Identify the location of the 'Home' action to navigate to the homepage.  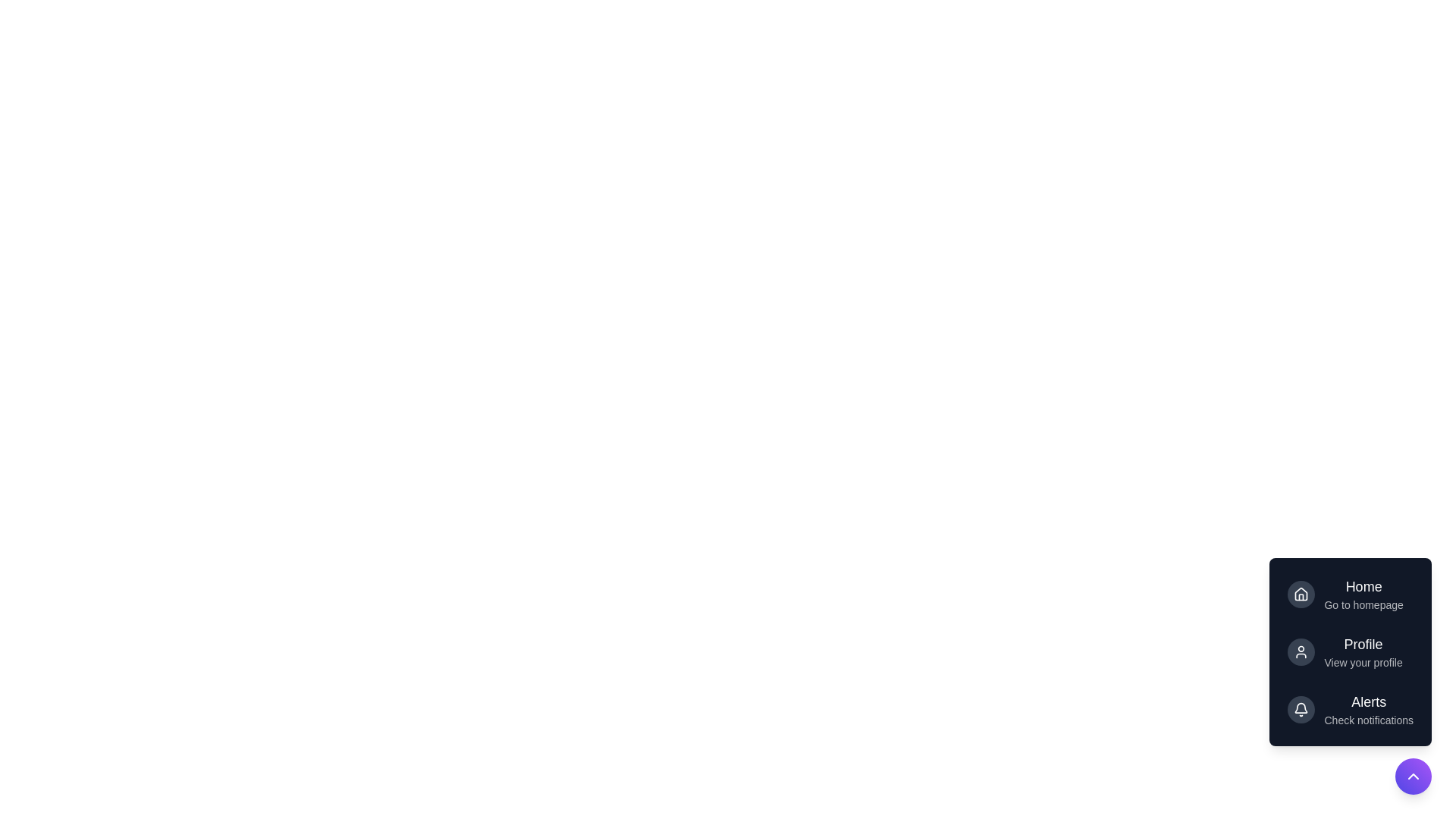
(1350, 593).